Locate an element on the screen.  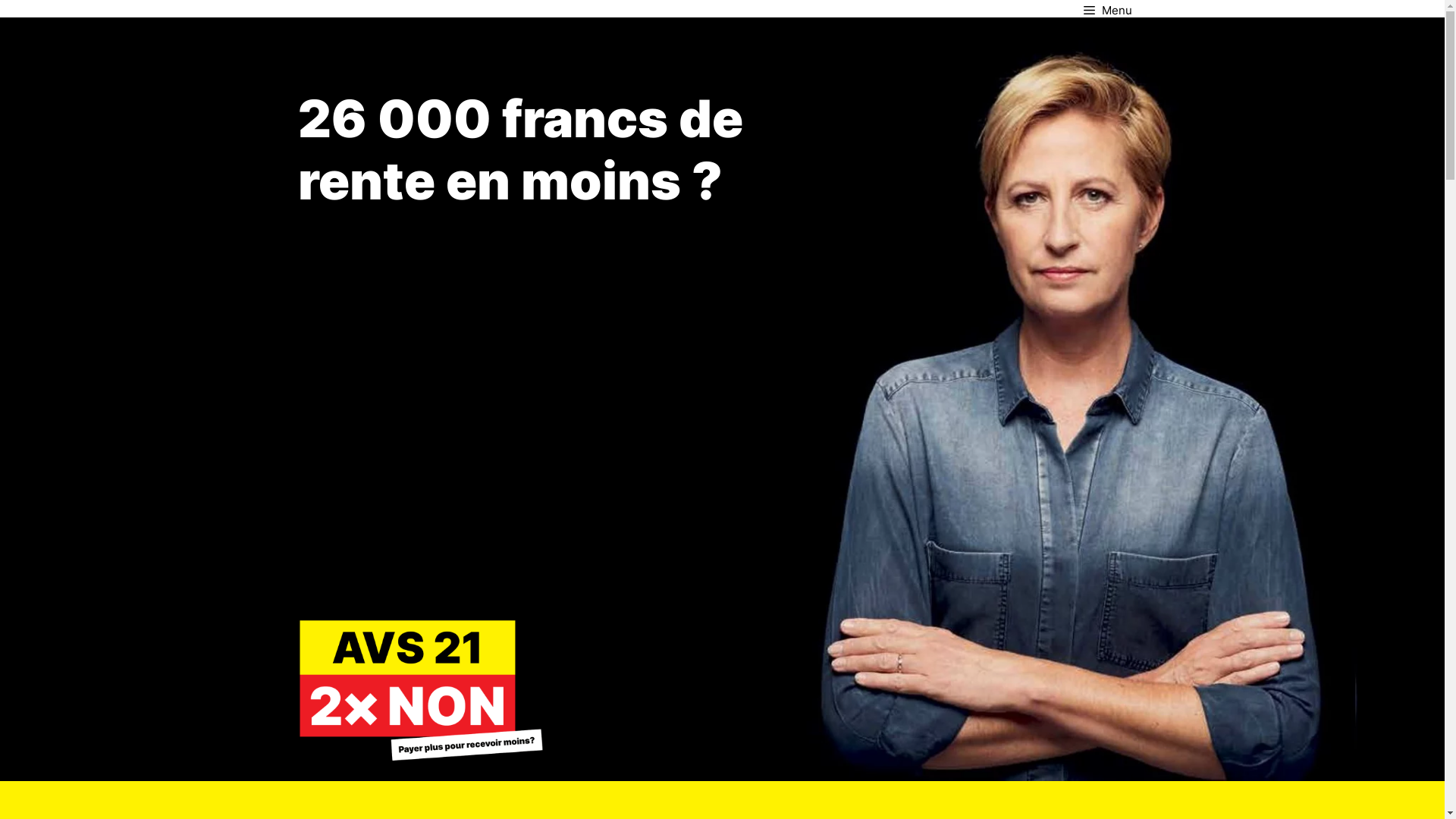
'Menu' is located at coordinates (1106, 8).